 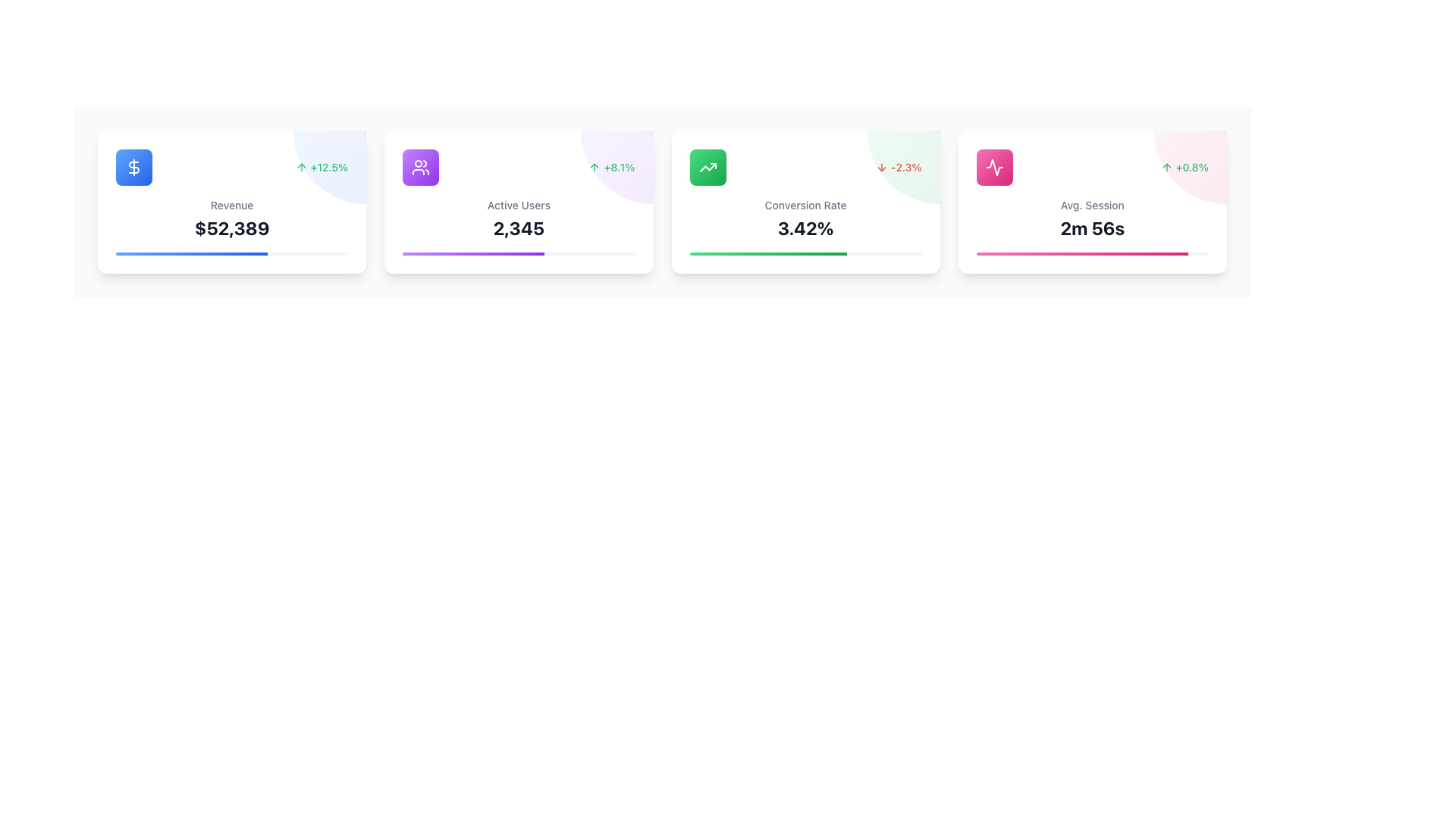 I want to click on the graphical trend line within the icon located at the top-left corner of the 'Conversion Rate' card, so click(x=707, y=167).